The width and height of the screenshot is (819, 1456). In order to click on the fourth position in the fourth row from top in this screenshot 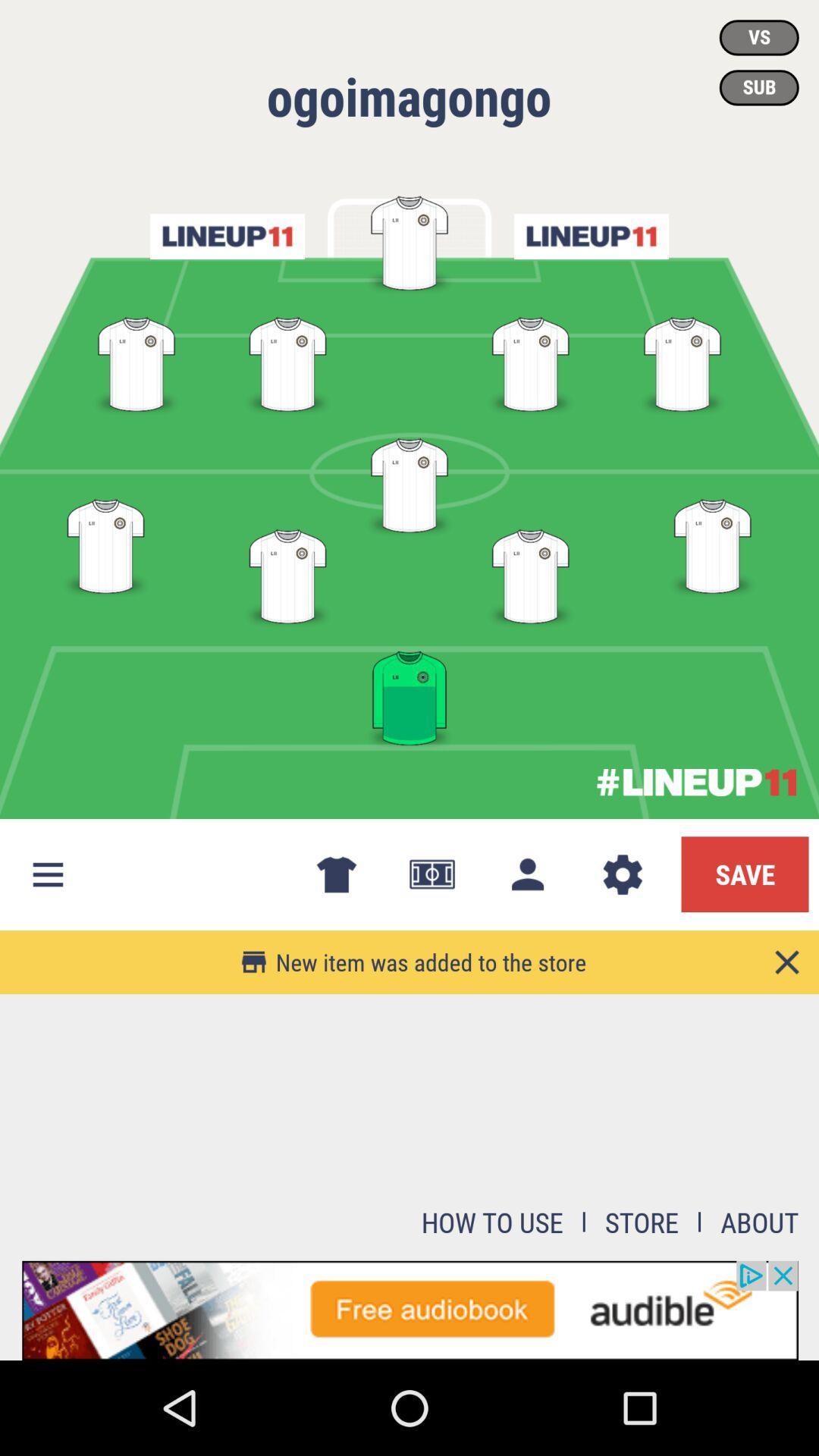, I will do `click(713, 543)`.